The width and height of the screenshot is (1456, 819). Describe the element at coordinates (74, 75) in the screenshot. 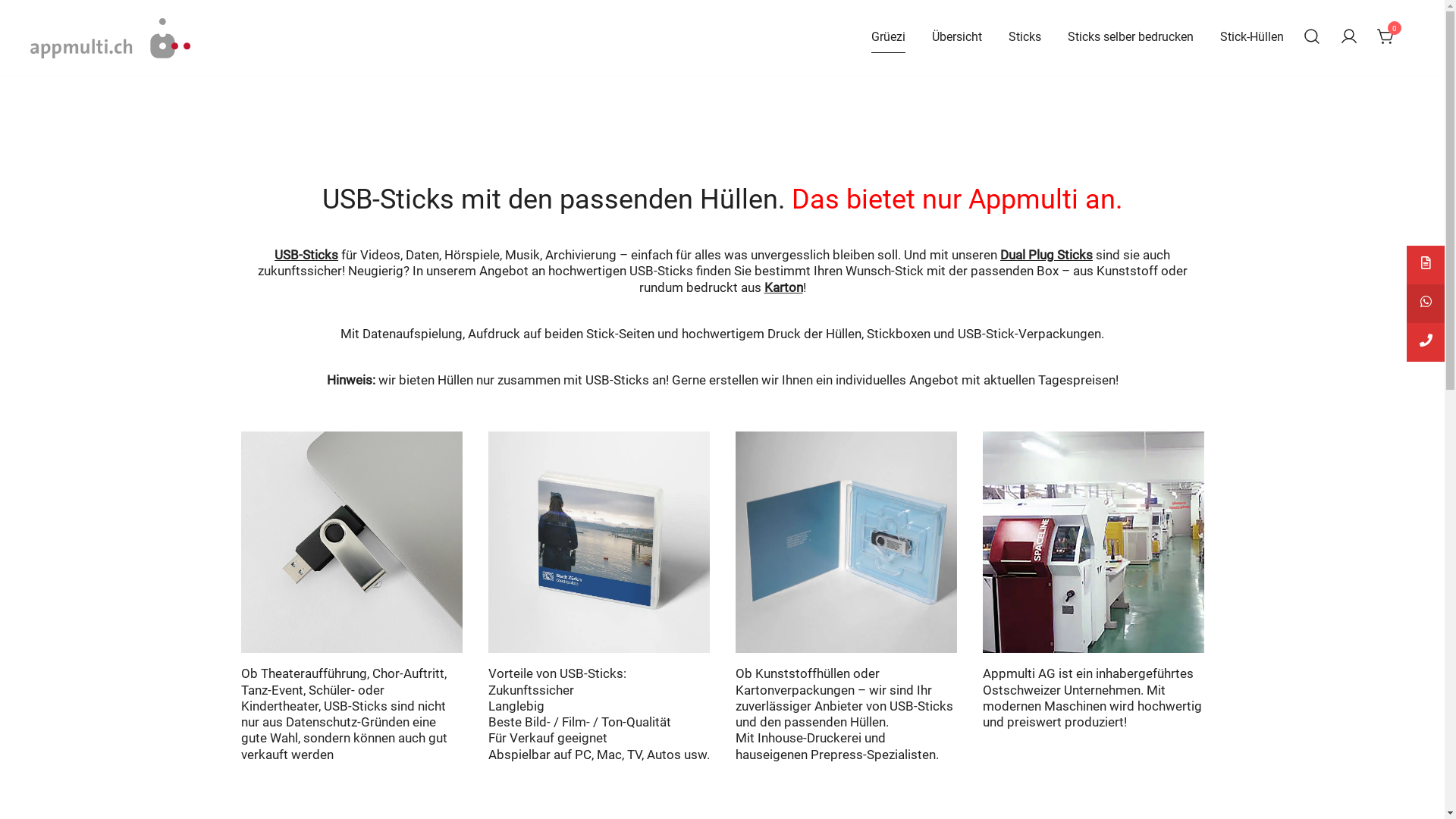

I see `'Appmulti AG'` at that location.